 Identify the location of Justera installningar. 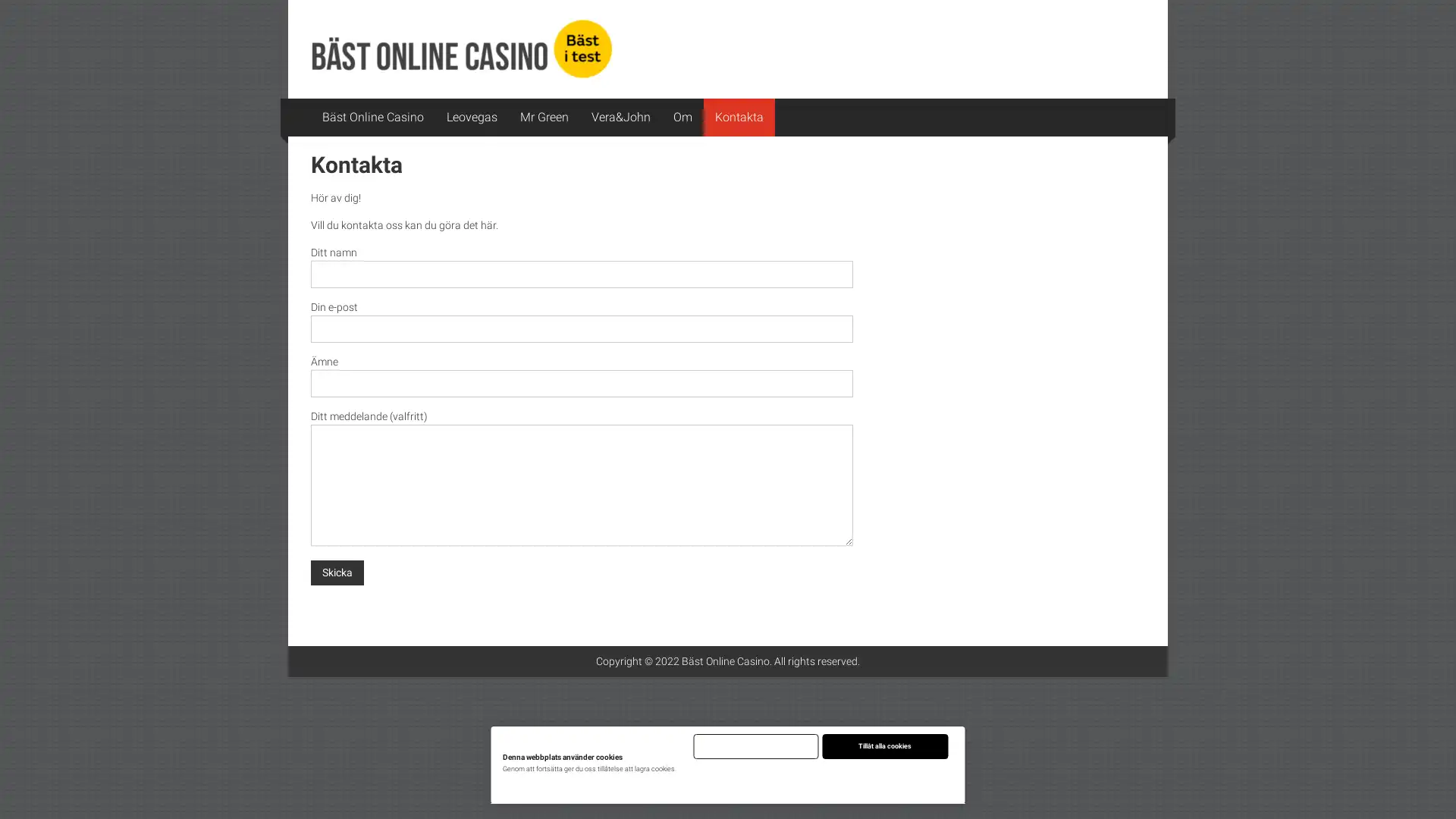
(819, 779).